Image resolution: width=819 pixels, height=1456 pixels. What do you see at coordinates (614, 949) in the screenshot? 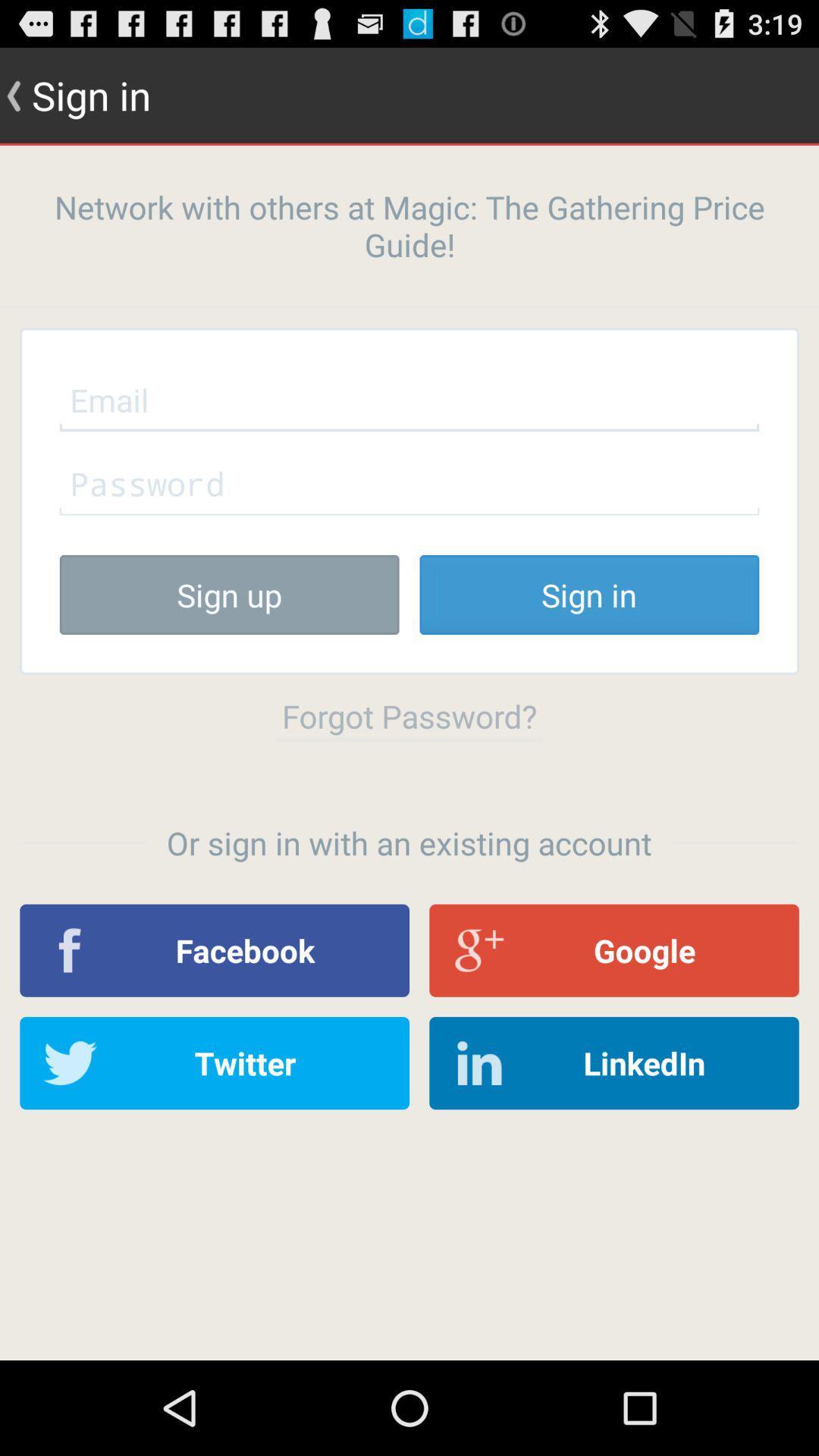
I see `google app` at bounding box center [614, 949].